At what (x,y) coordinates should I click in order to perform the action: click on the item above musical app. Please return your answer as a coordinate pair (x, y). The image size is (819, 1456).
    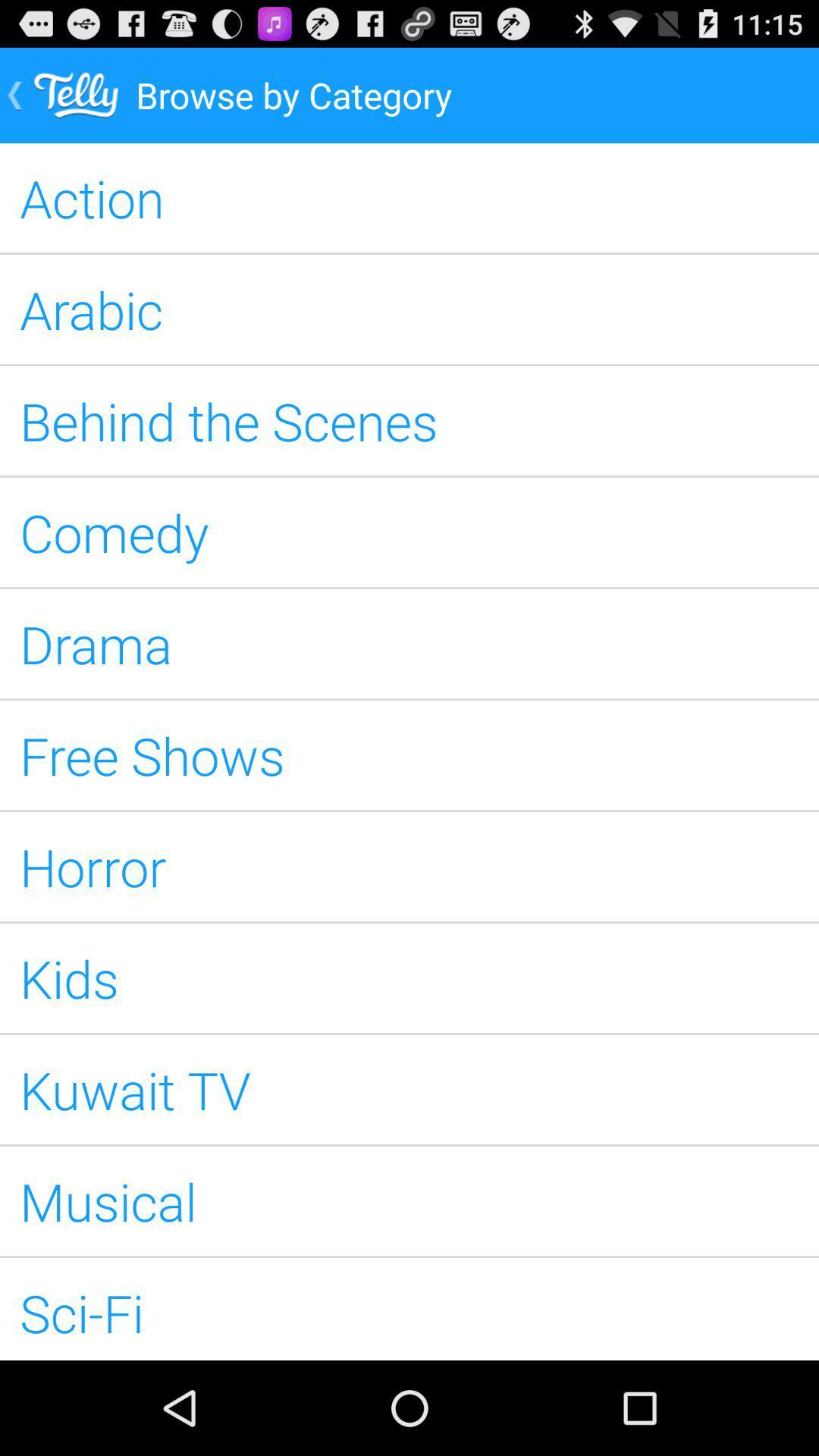
    Looking at the image, I should click on (409, 1088).